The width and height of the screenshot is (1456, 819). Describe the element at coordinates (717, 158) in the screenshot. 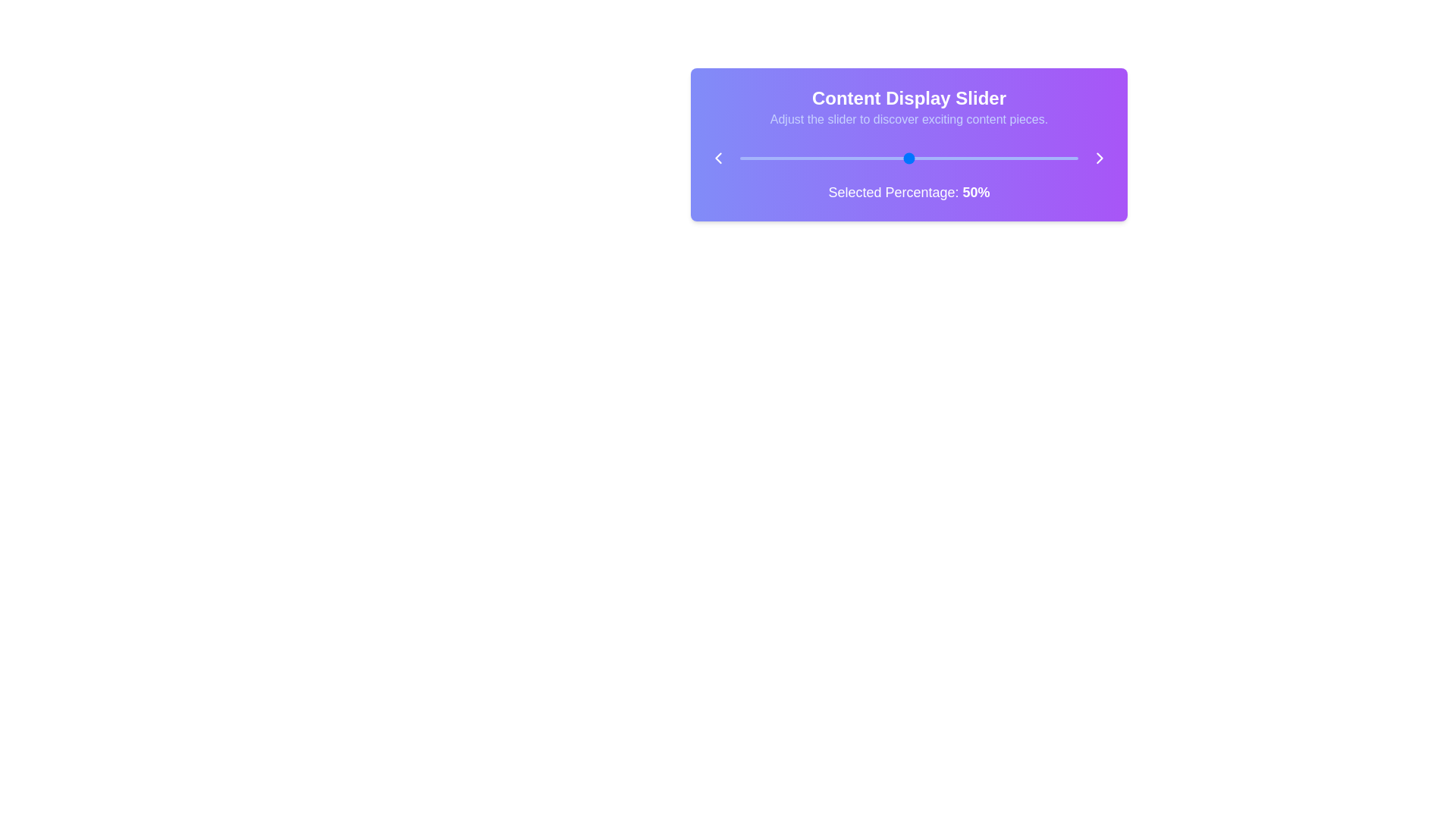

I see `the left chevron icon to move the slider content to the previous item` at that location.